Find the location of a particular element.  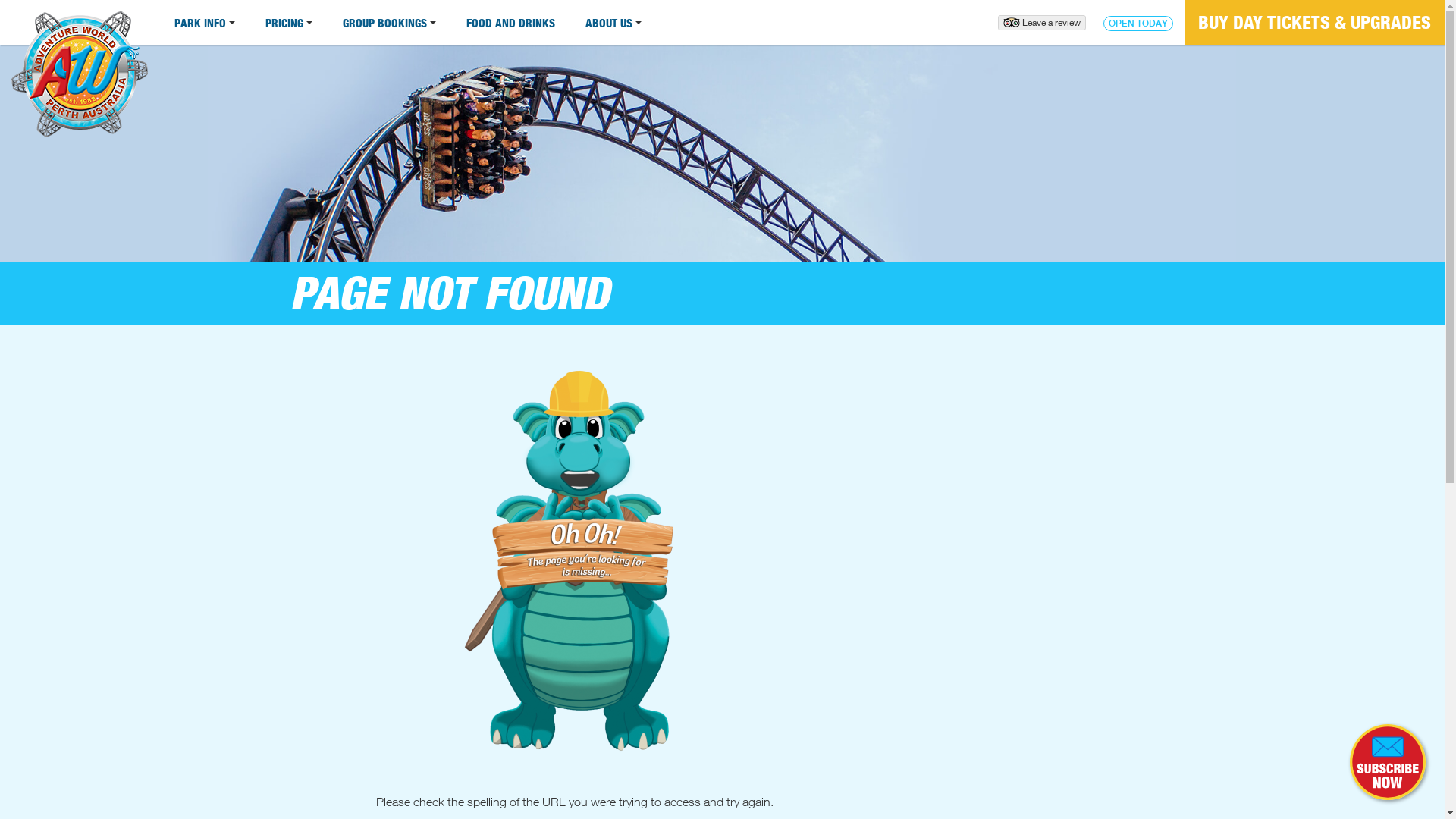

'GROUP BOOKINGS' is located at coordinates (389, 23).